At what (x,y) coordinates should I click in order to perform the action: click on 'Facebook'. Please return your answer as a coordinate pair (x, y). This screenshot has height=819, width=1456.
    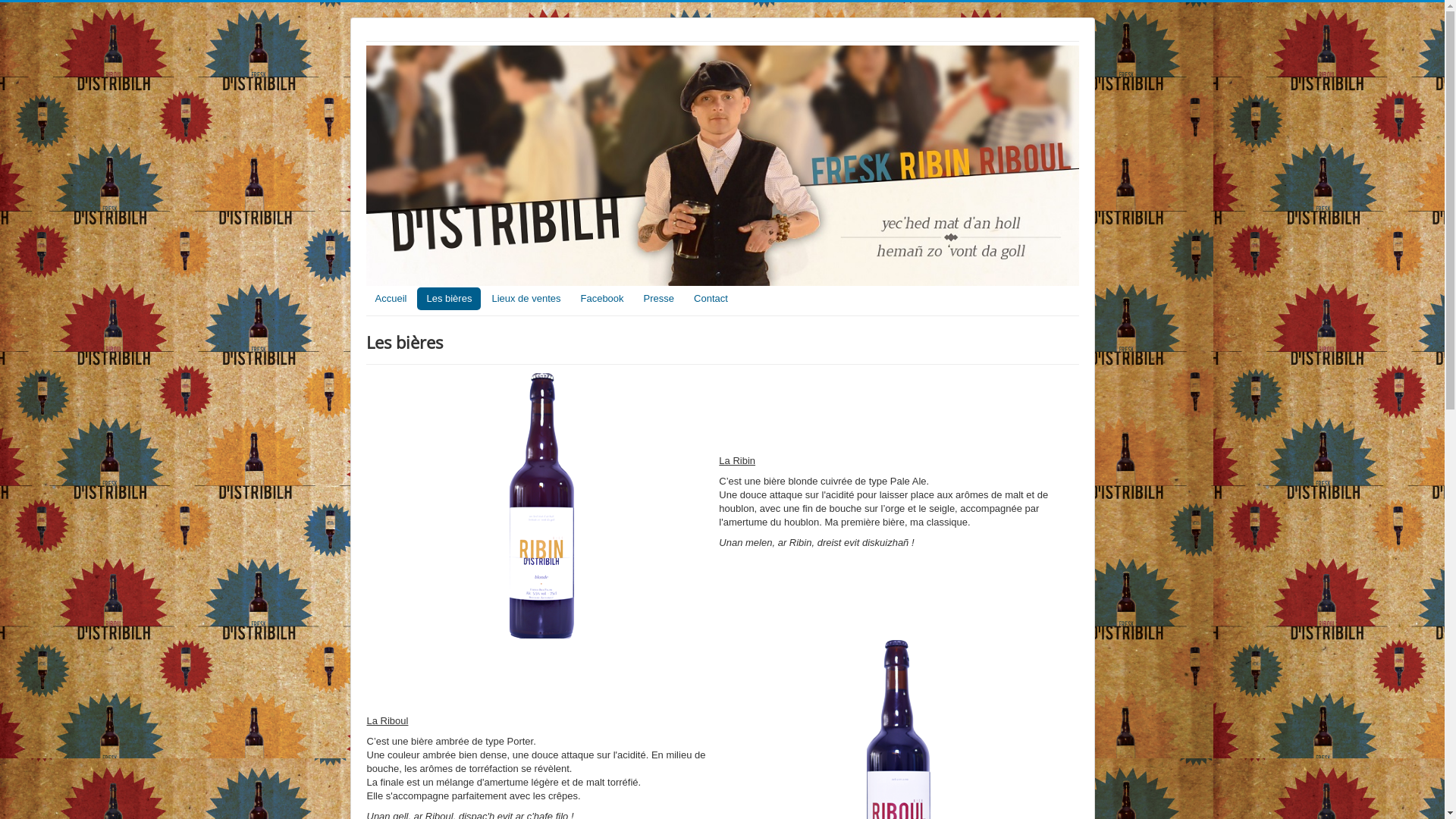
    Looking at the image, I should click on (601, 298).